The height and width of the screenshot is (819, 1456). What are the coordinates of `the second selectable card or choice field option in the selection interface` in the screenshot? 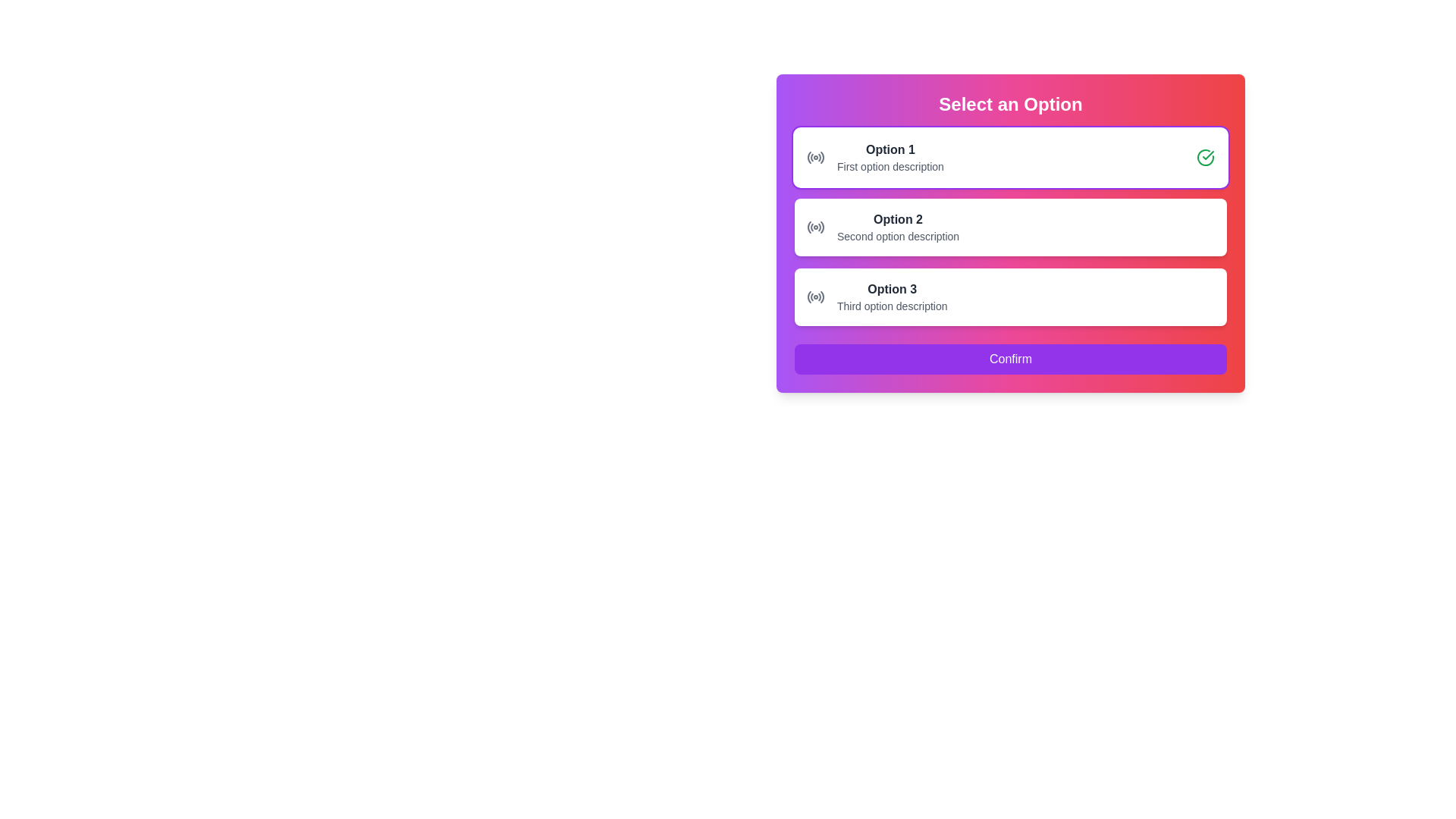 It's located at (1011, 253).